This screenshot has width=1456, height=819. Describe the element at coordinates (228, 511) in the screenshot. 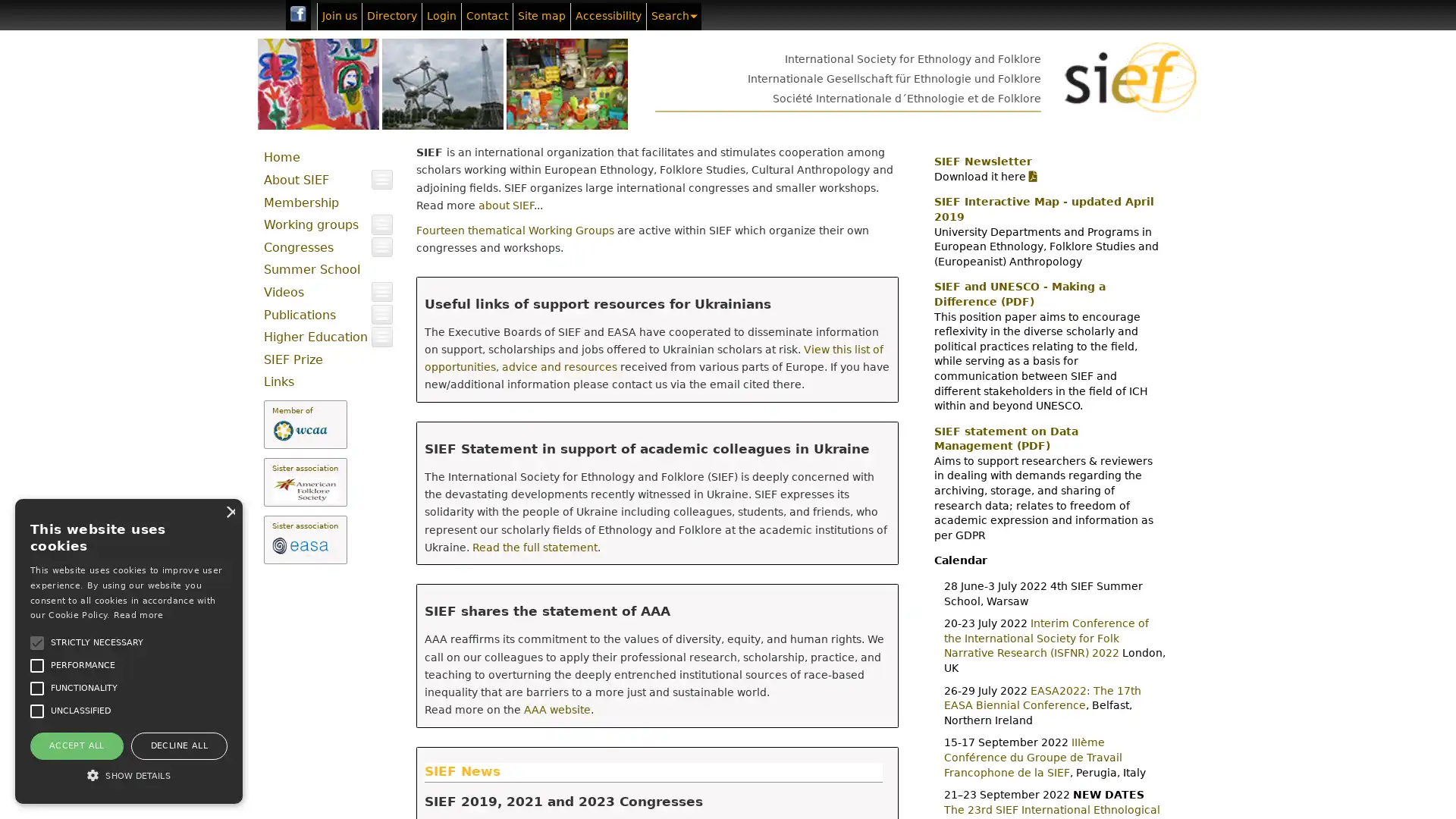

I see `Close` at that location.